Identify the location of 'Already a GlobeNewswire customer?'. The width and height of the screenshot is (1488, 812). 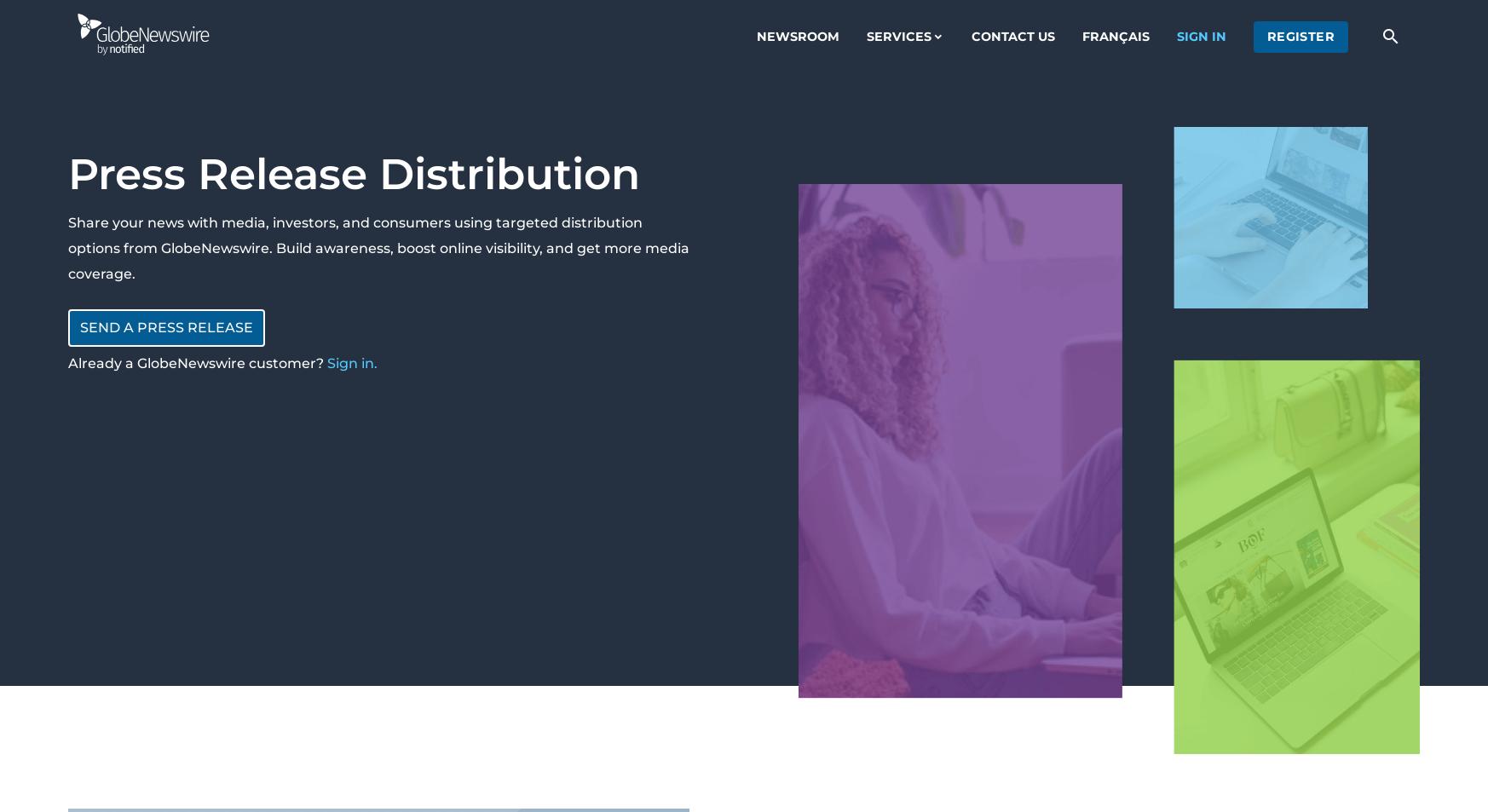
(197, 362).